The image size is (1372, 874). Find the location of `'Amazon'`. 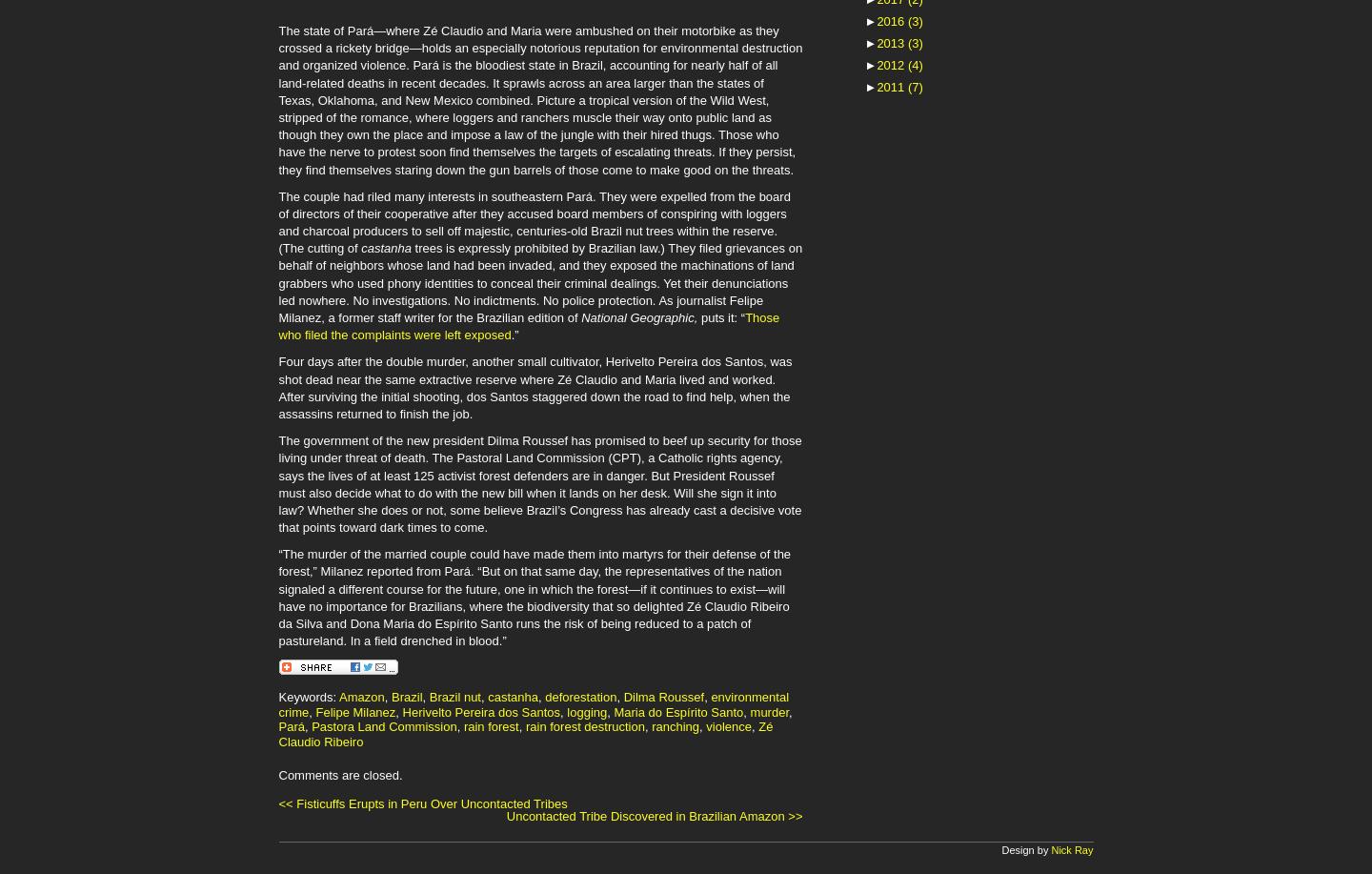

'Amazon' is located at coordinates (338, 695).